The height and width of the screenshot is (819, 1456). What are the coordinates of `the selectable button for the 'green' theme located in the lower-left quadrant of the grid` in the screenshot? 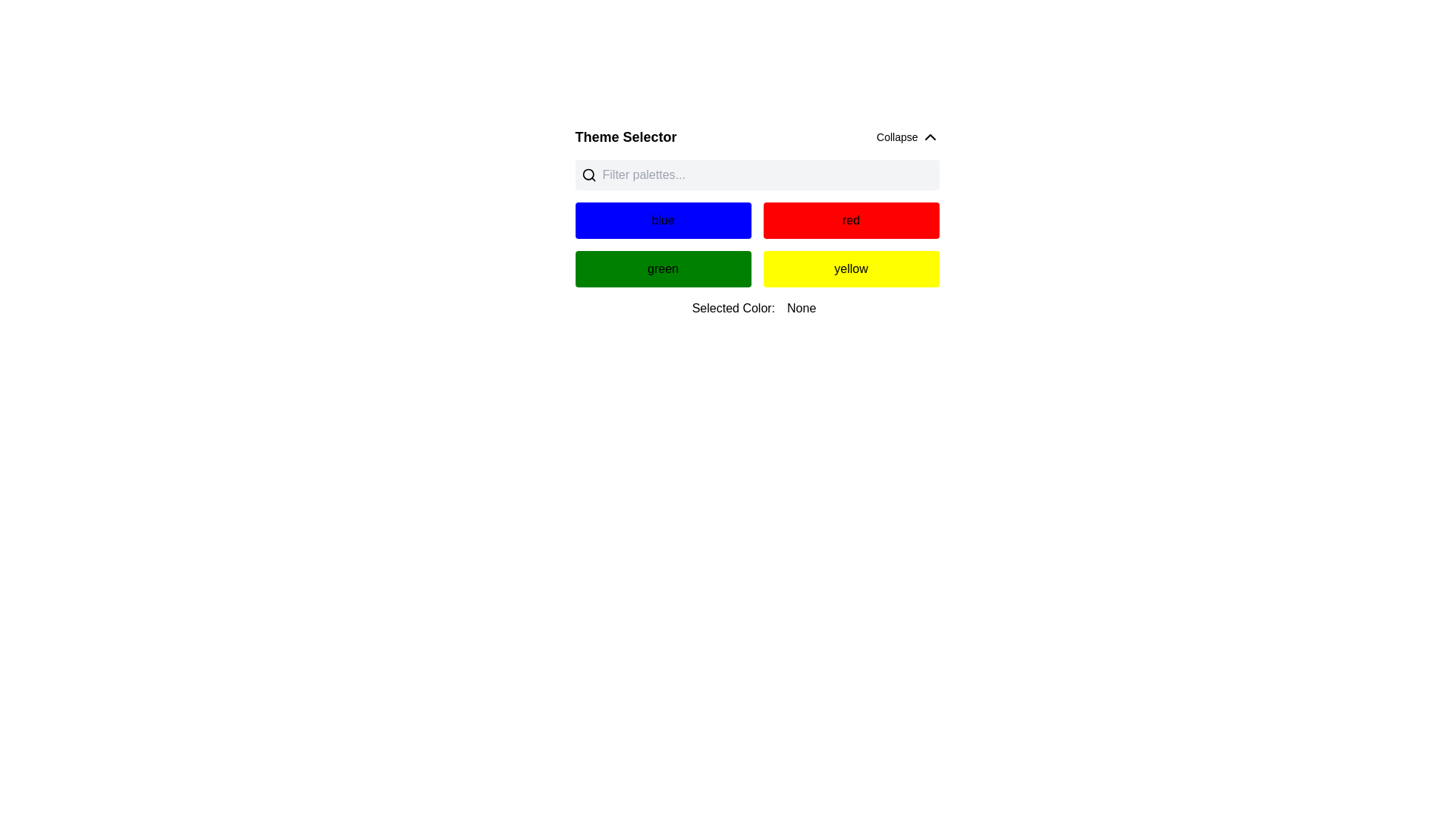 It's located at (663, 268).